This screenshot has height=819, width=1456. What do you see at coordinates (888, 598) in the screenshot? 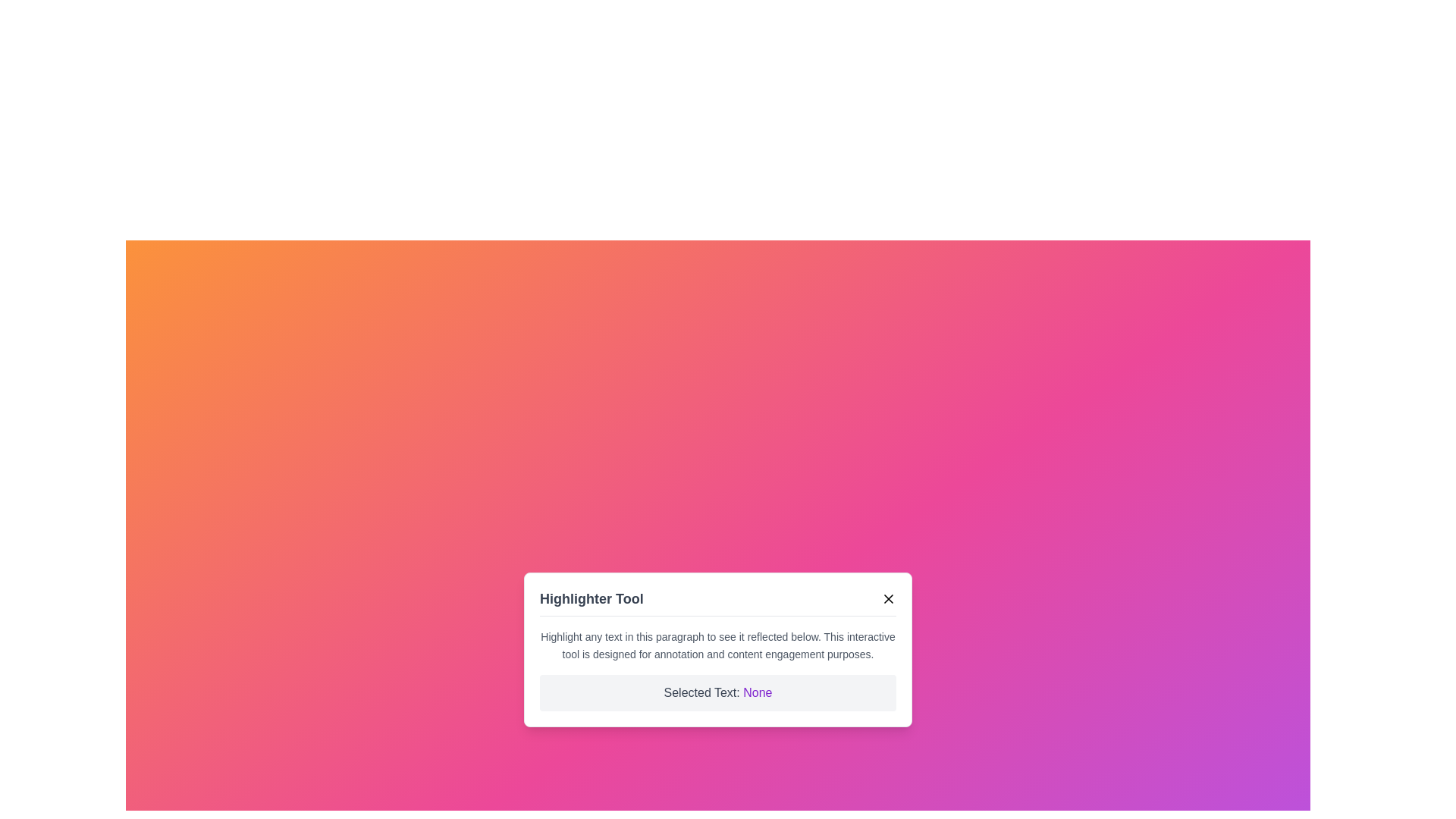
I see `the close button (X) to dismiss the dialog` at bounding box center [888, 598].